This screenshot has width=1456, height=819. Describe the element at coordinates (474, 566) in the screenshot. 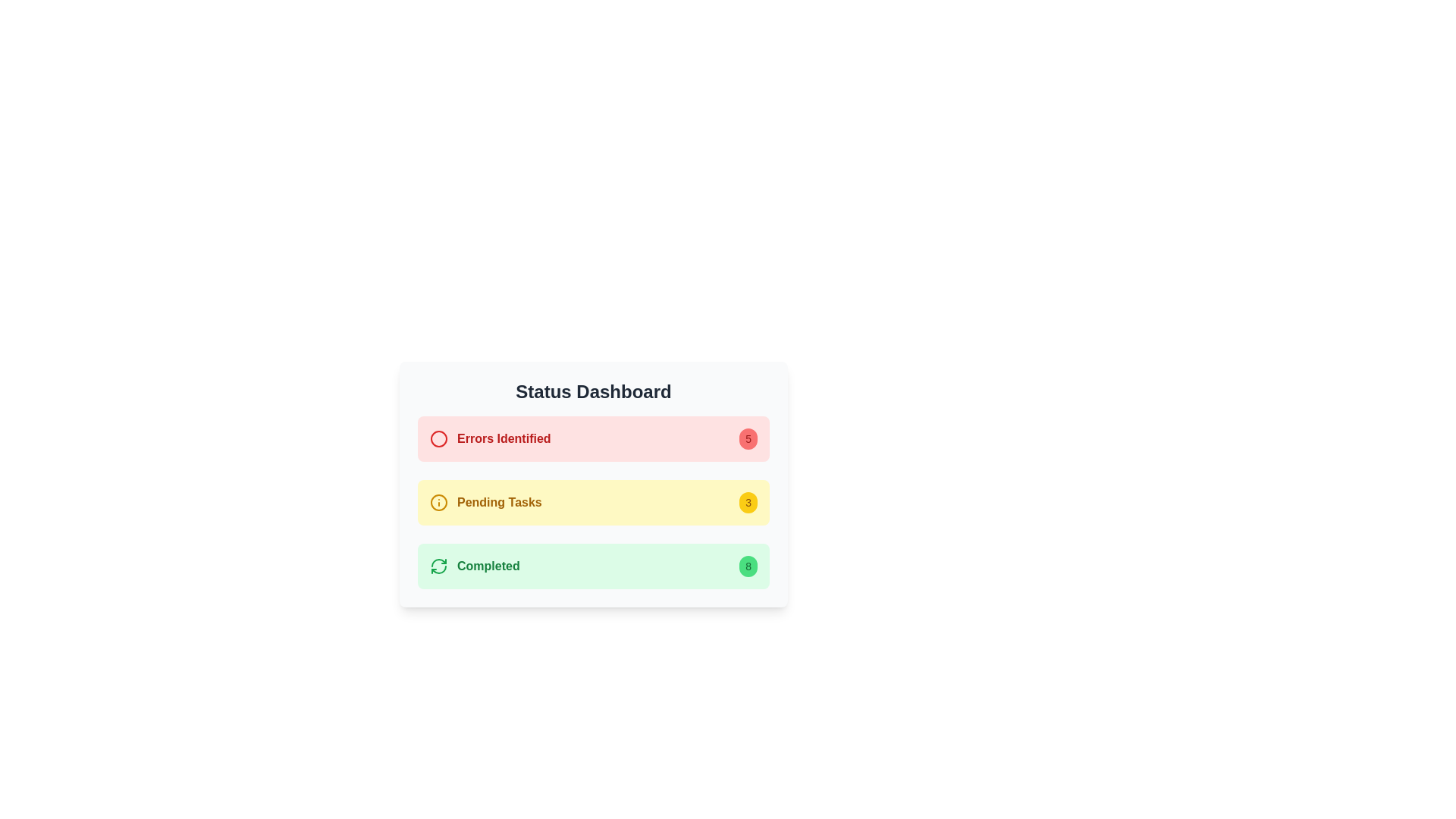

I see `the status indicator text label with an icon located in the bottom item of a vertically stacked list, within the light green section labeled 'Completed', adjacent to the indicator showing the number 8` at that location.